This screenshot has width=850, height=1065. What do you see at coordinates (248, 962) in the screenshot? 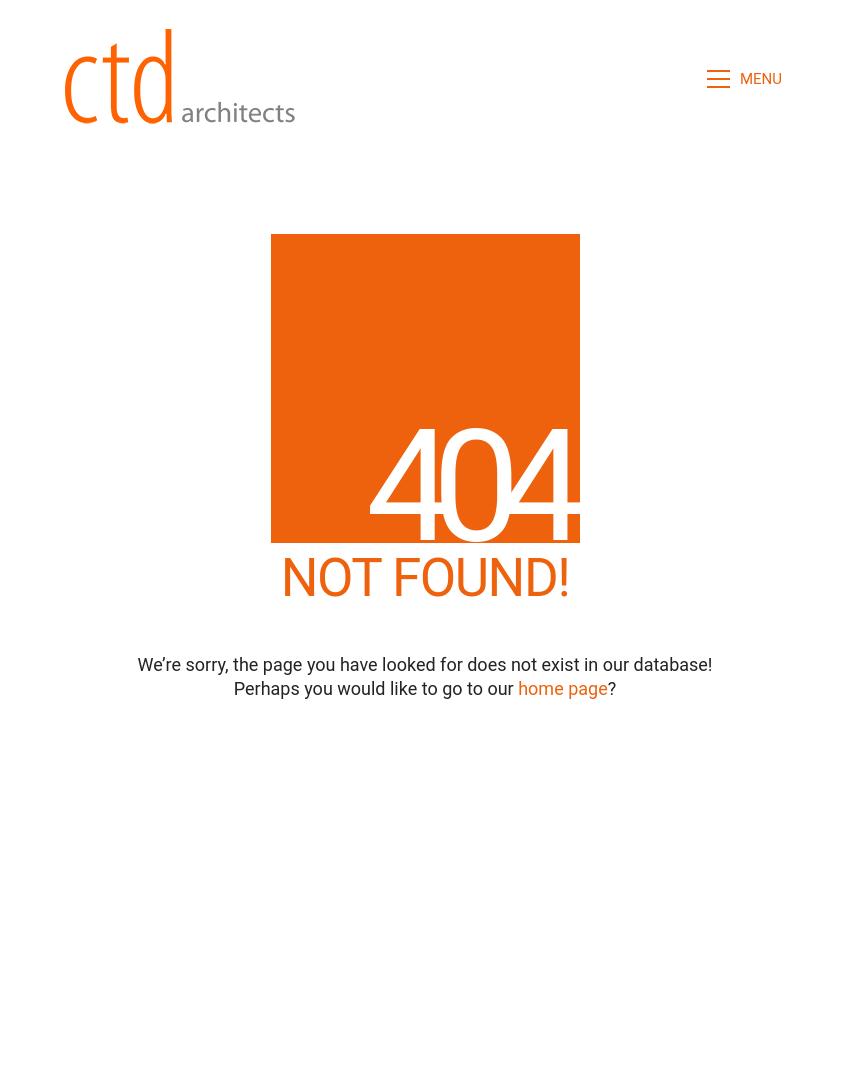
I see `'About'` at bounding box center [248, 962].